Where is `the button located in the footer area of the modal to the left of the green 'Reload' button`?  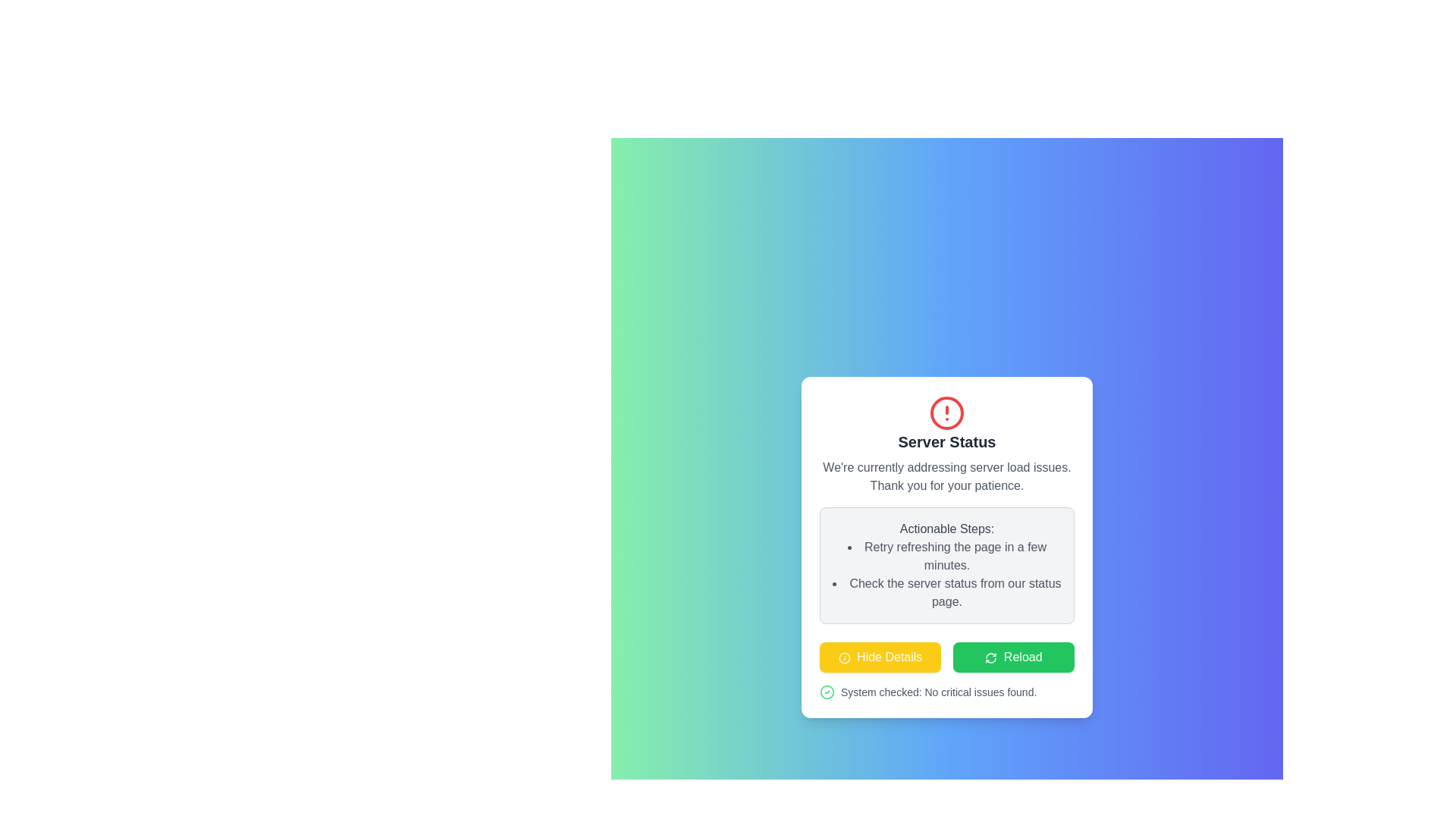 the button located in the footer area of the modal to the left of the green 'Reload' button is located at coordinates (880, 657).